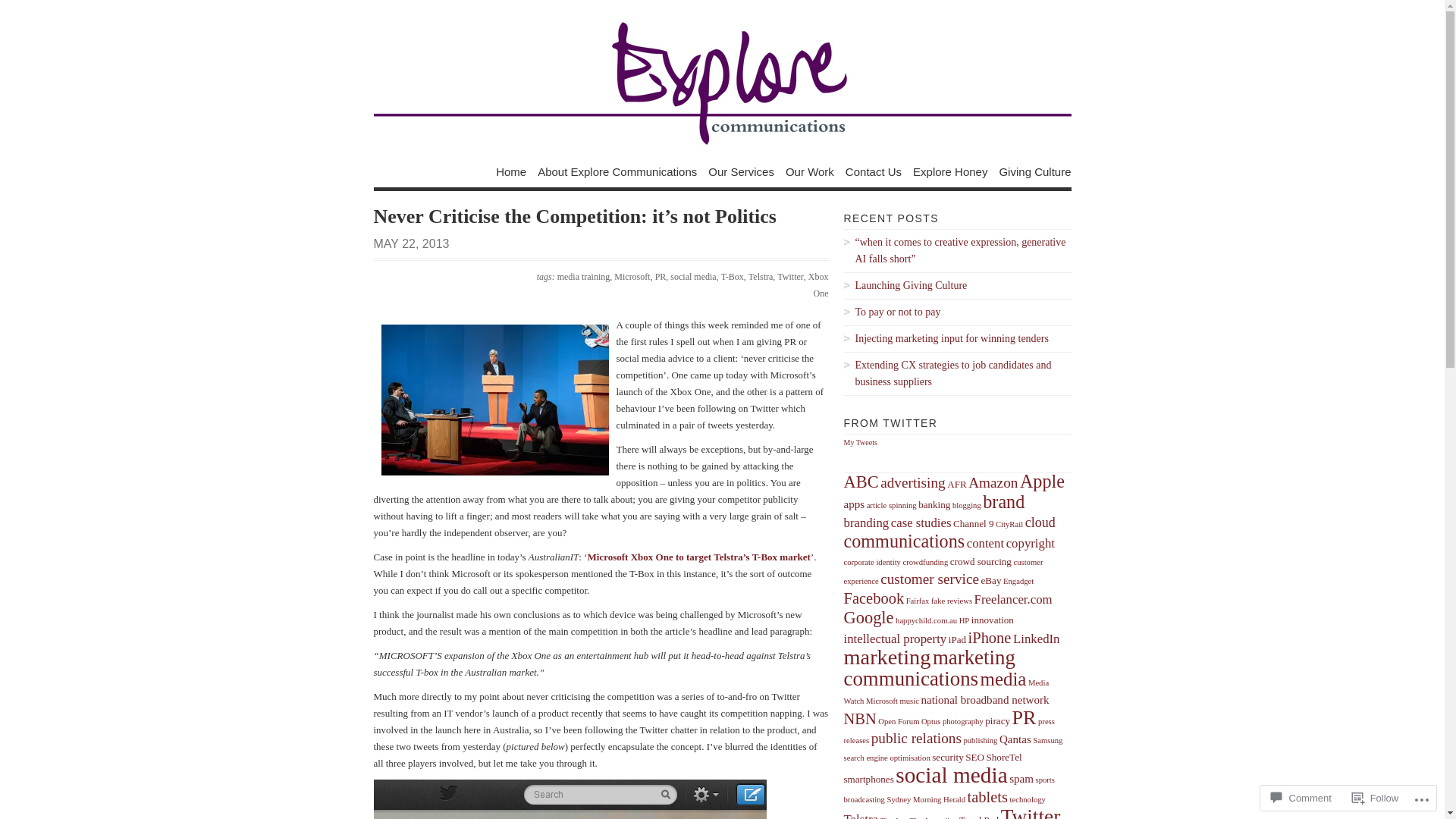 The image size is (1456, 819). I want to click on 'Our Services', so click(741, 171).